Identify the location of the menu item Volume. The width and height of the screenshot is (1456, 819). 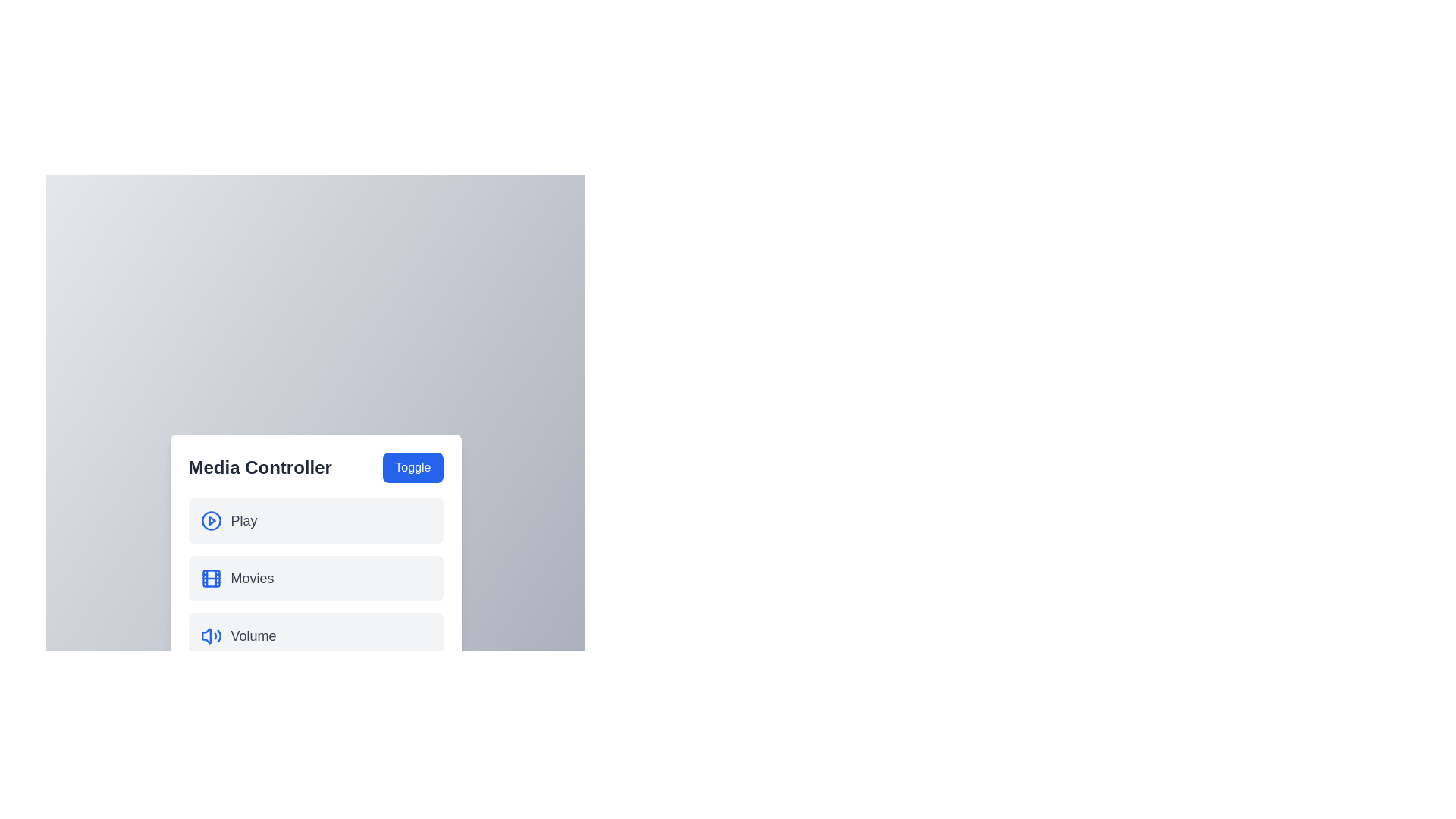
(315, 636).